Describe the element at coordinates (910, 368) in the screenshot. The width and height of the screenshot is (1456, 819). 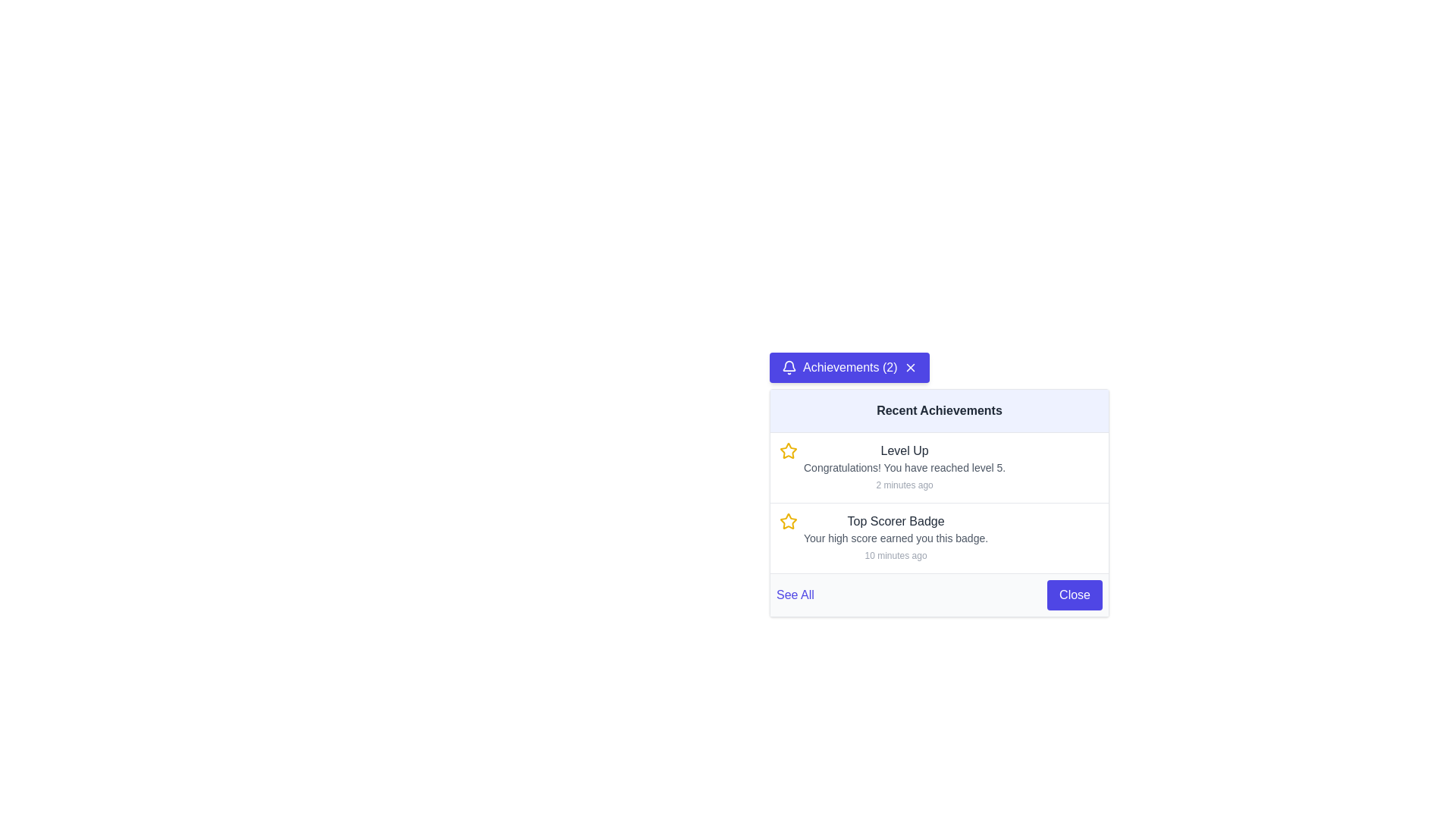
I see `the narrow diagonal cross icon, which is styled with two intersecting lines forming an 'X' located in a lightly shaded box at the top-right corner of the 'Achievements' modal window` at that location.